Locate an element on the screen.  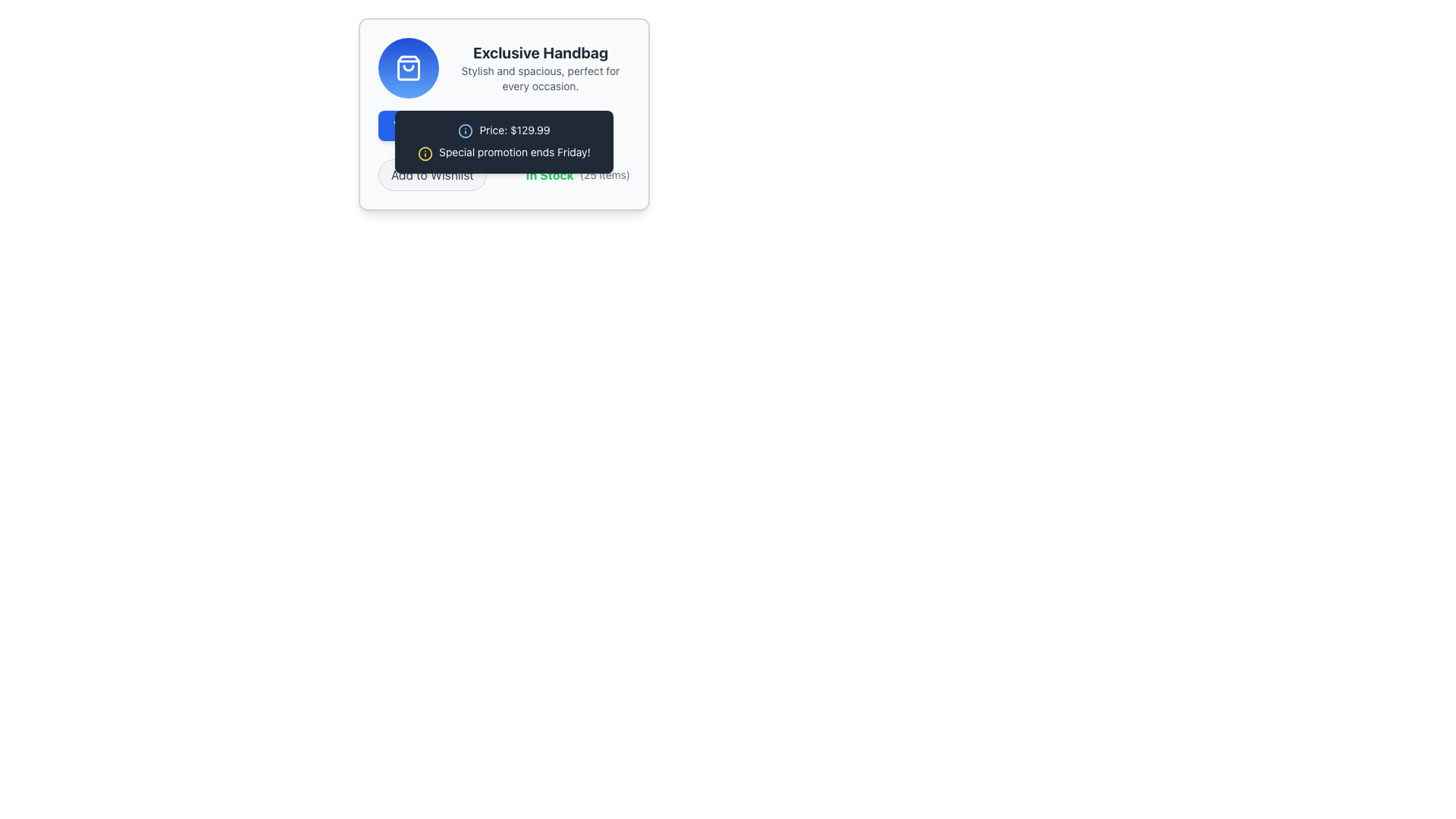
the circular 'info' icon, which is a yellow circle with a white 'i' in the center is located at coordinates (425, 153).